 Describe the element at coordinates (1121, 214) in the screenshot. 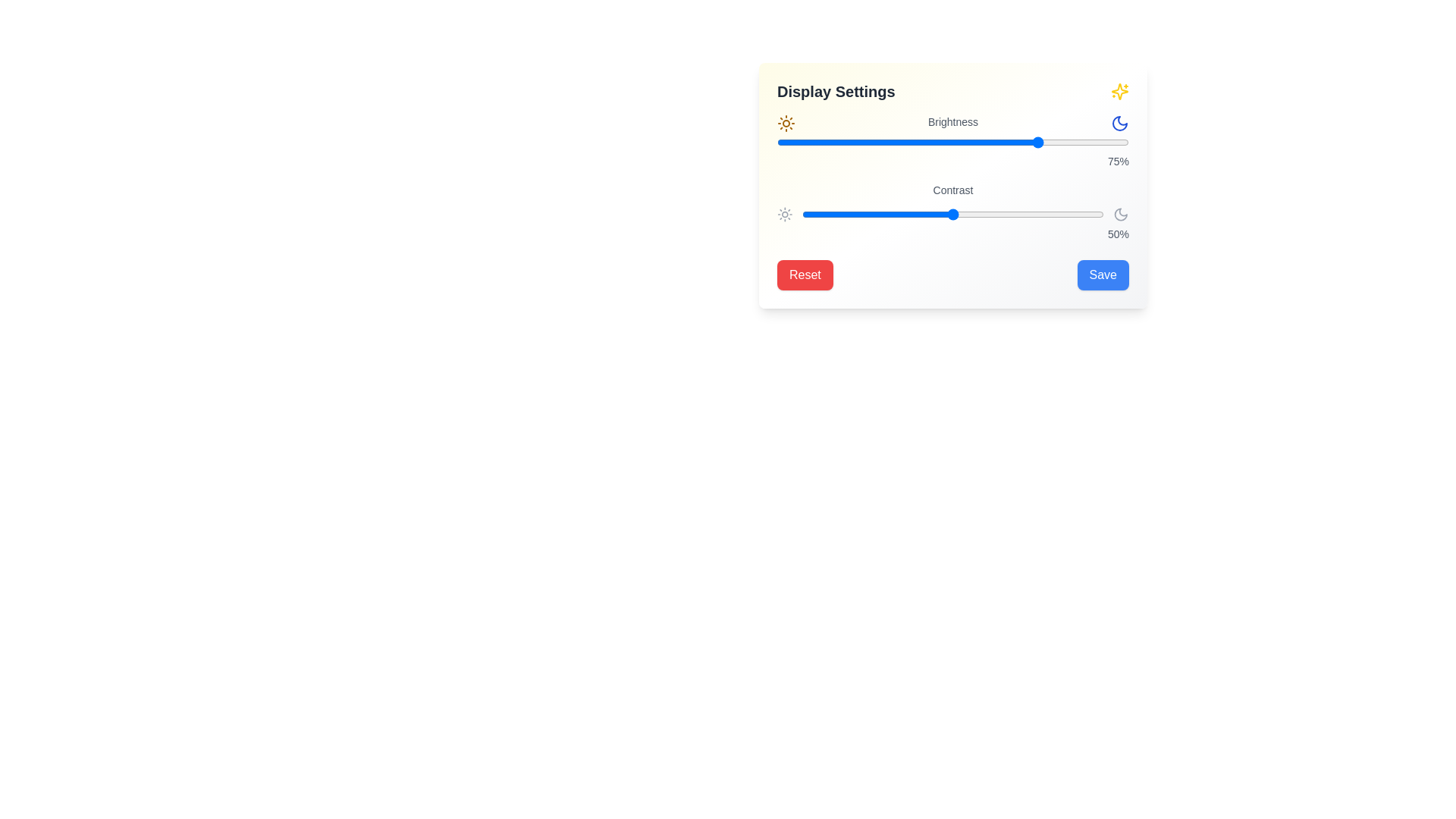

I see `the SVG icon representing the moon shape located in the upper-right corner of the 'Display Settings' card, next to the 'Brightness' slider and adjacent to the title '75%'` at that location.